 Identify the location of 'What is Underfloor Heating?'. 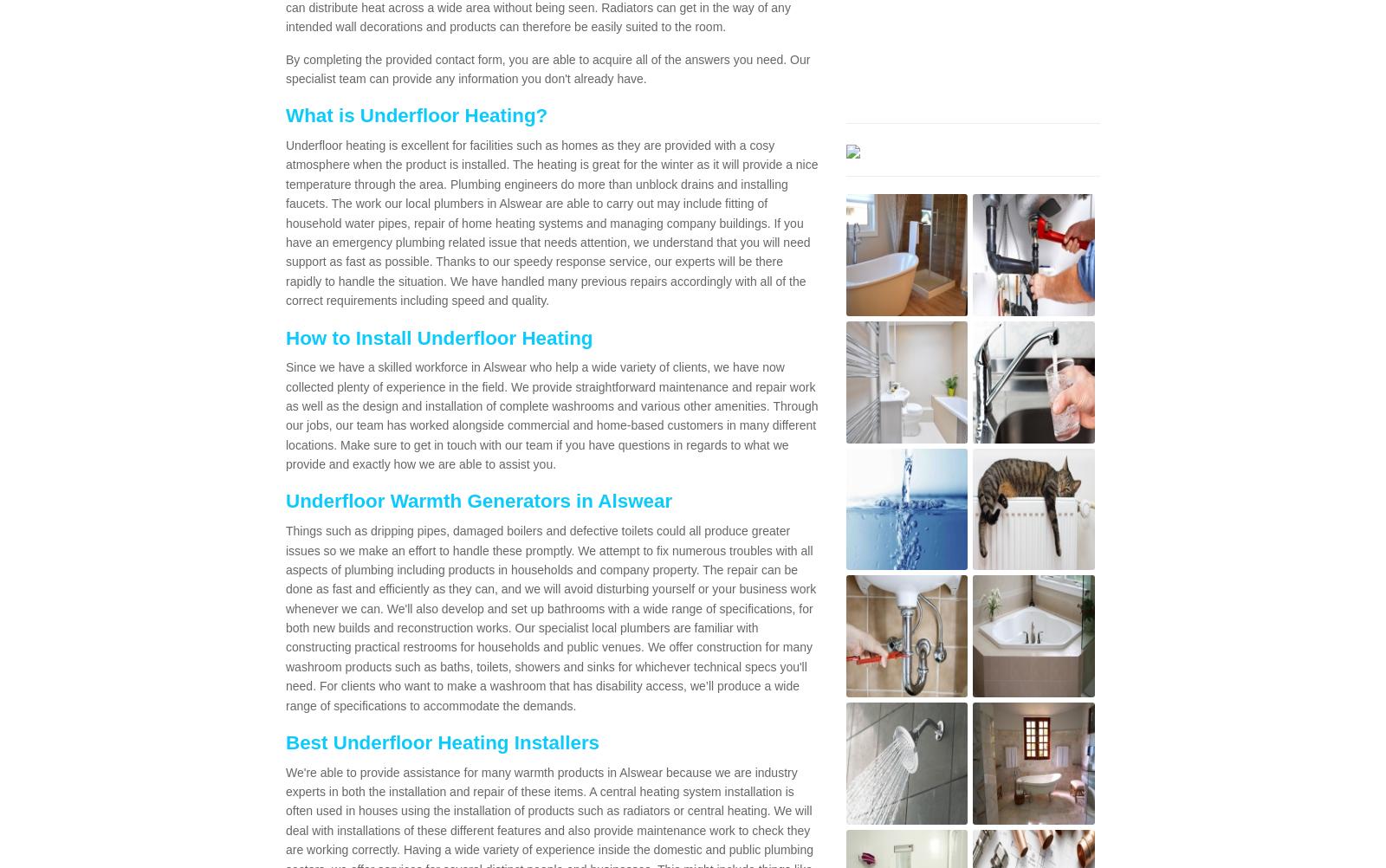
(415, 114).